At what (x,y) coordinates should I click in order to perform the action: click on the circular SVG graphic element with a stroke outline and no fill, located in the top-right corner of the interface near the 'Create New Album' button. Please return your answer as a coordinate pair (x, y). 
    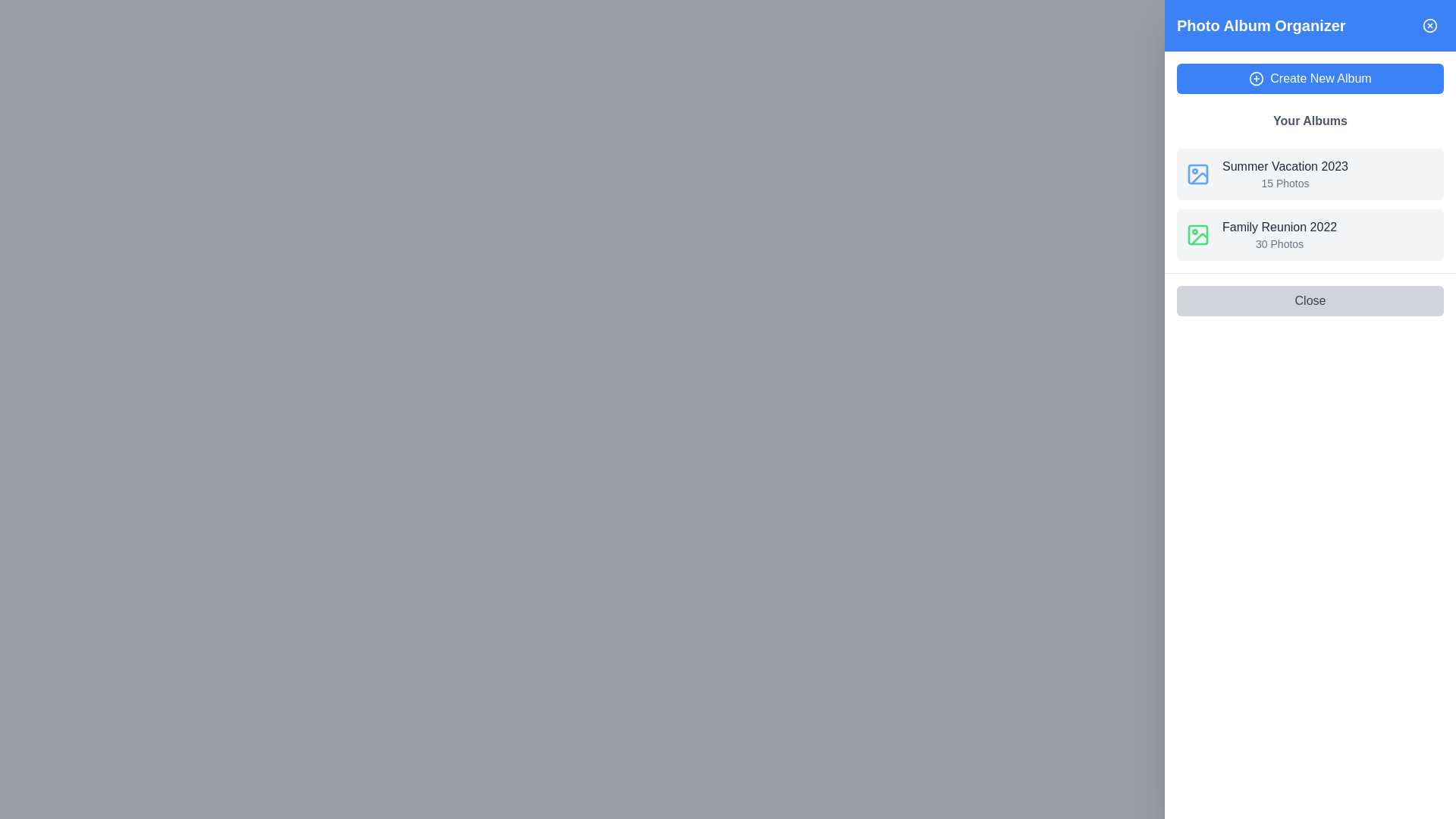
    Looking at the image, I should click on (1257, 79).